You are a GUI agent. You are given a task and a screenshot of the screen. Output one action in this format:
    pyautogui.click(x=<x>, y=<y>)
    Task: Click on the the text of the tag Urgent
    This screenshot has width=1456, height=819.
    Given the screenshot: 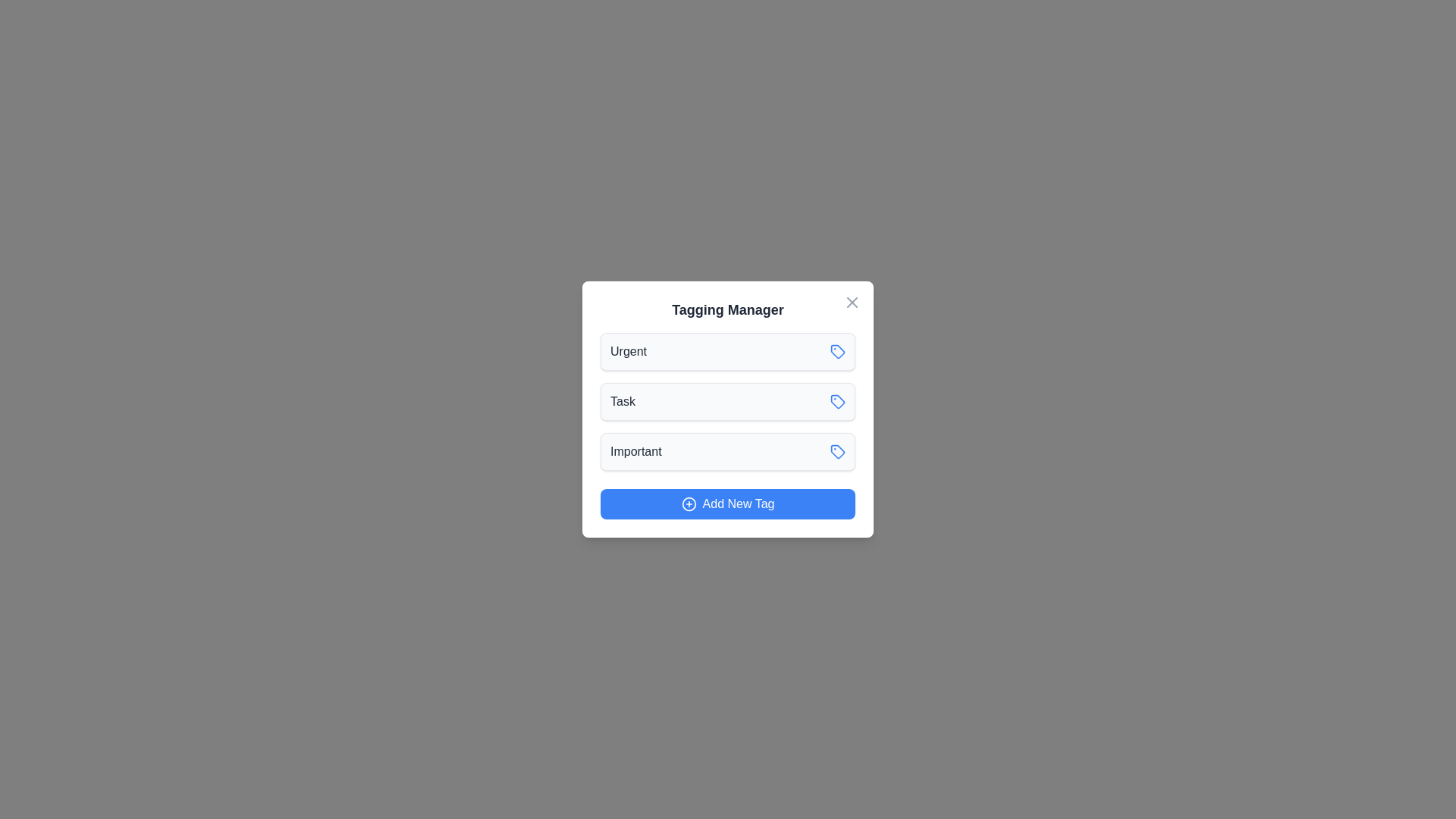 What is the action you would take?
    pyautogui.click(x=629, y=351)
    